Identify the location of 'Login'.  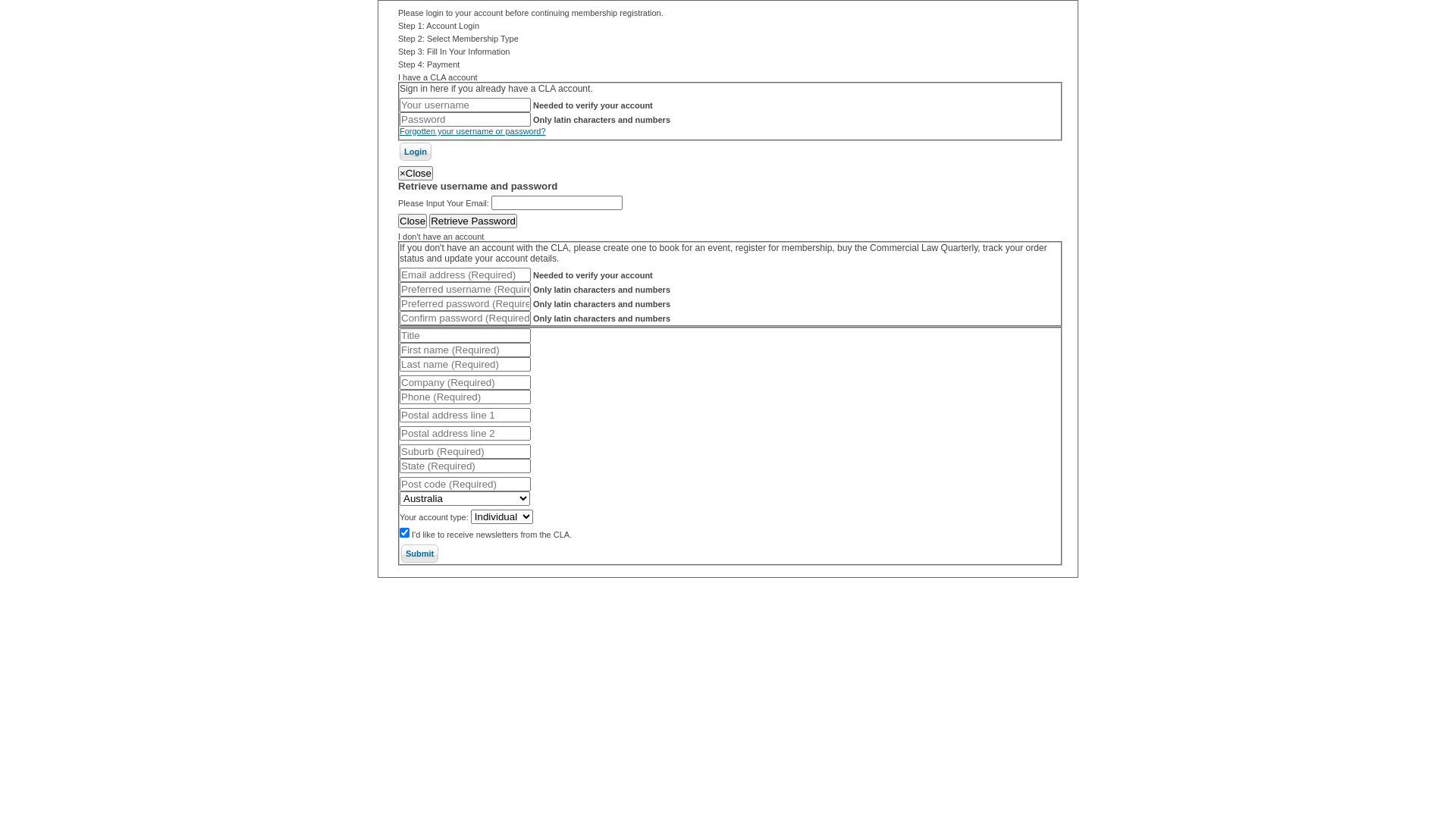
(415, 152).